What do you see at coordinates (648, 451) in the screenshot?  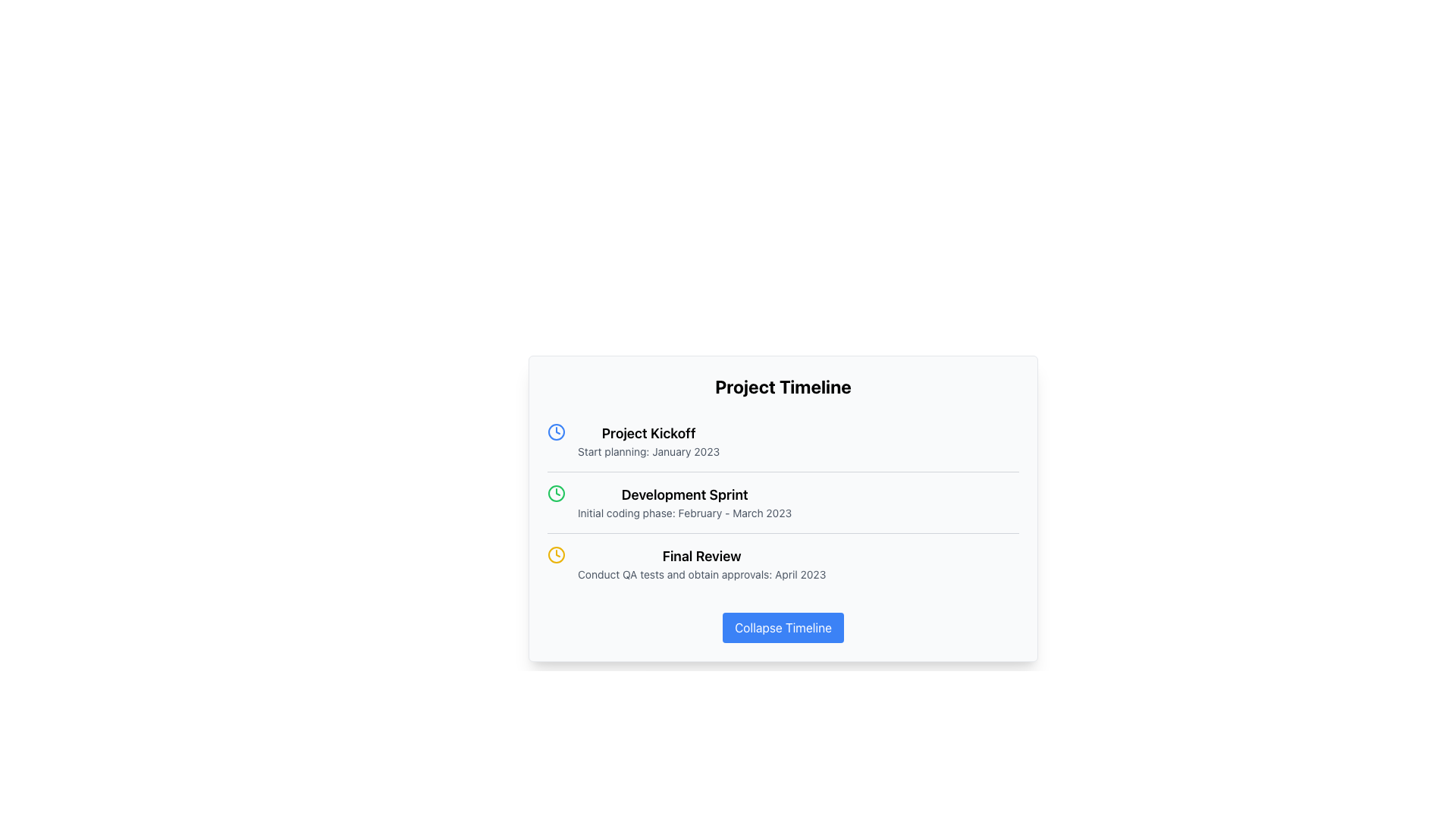 I see `informative text displayed in the text label indicating the start month and year of the 'Project Kickoff' phase, which is positioned below the 'Project Kickoff' element` at bounding box center [648, 451].